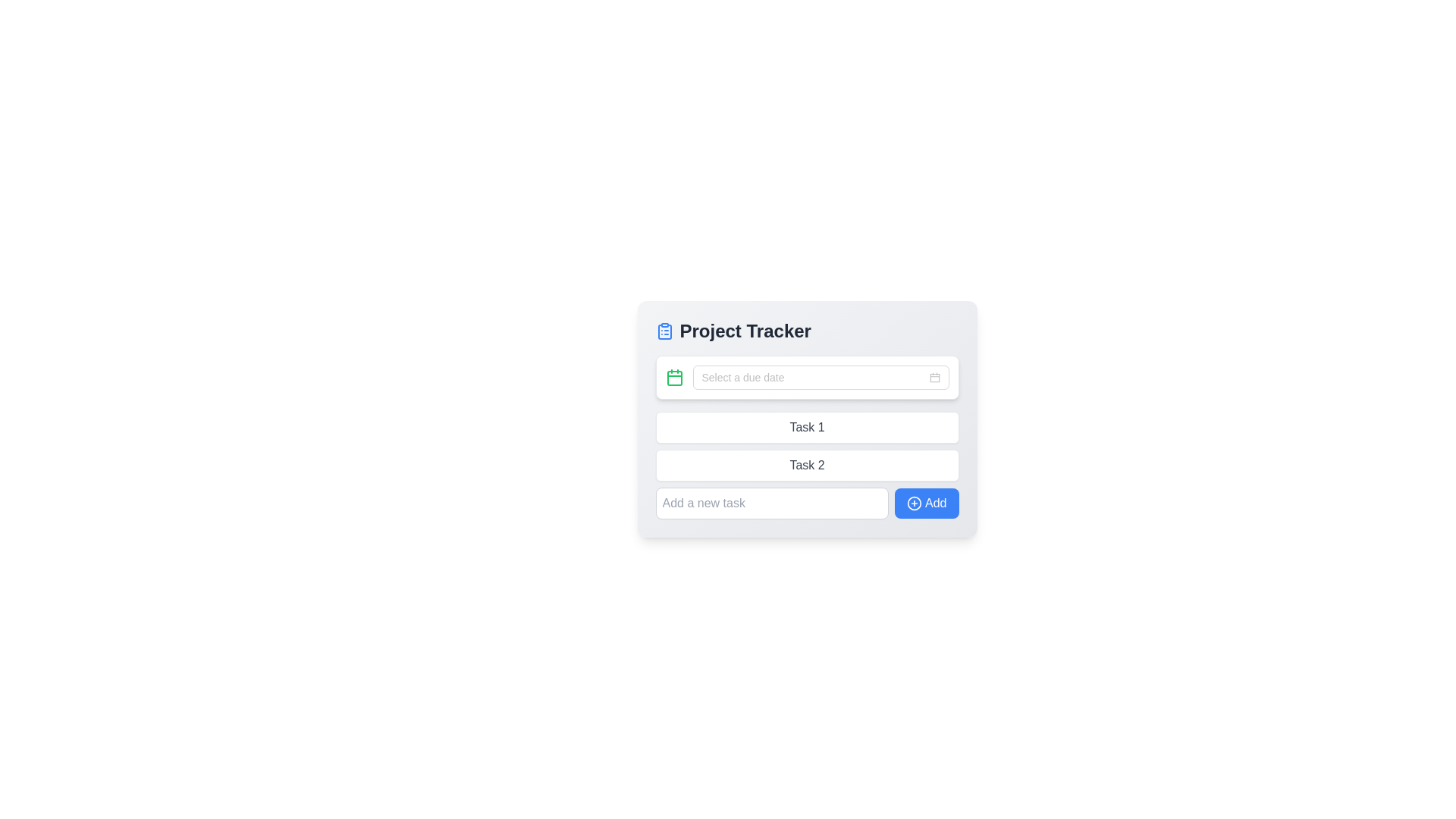  Describe the element at coordinates (913, 503) in the screenshot. I see `the blue circular icon with a plus symbol inside it, which is part of the 'Add' button located at the bottom right of the task management interface` at that location.